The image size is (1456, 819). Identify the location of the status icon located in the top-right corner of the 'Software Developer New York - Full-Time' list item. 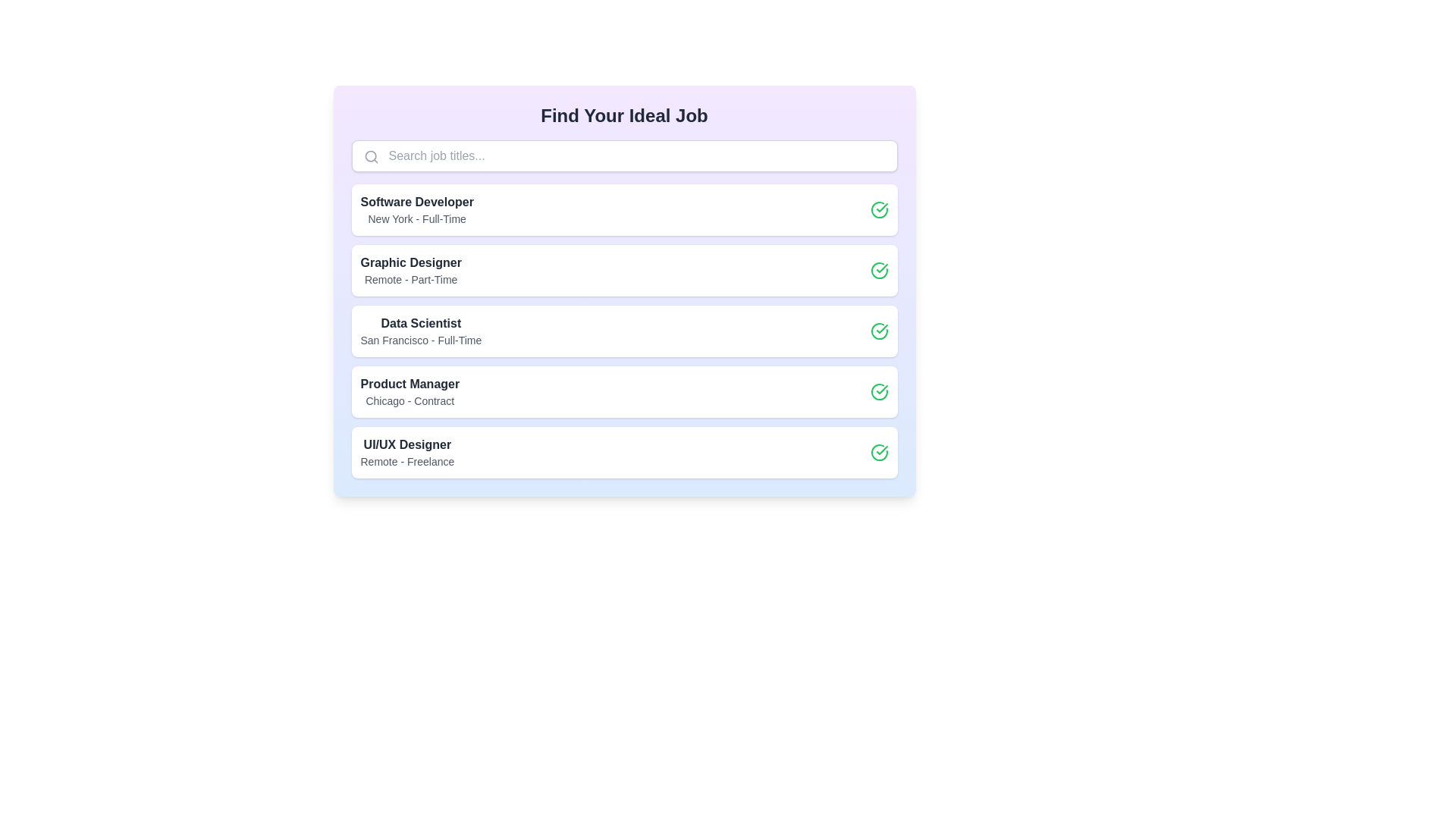
(879, 210).